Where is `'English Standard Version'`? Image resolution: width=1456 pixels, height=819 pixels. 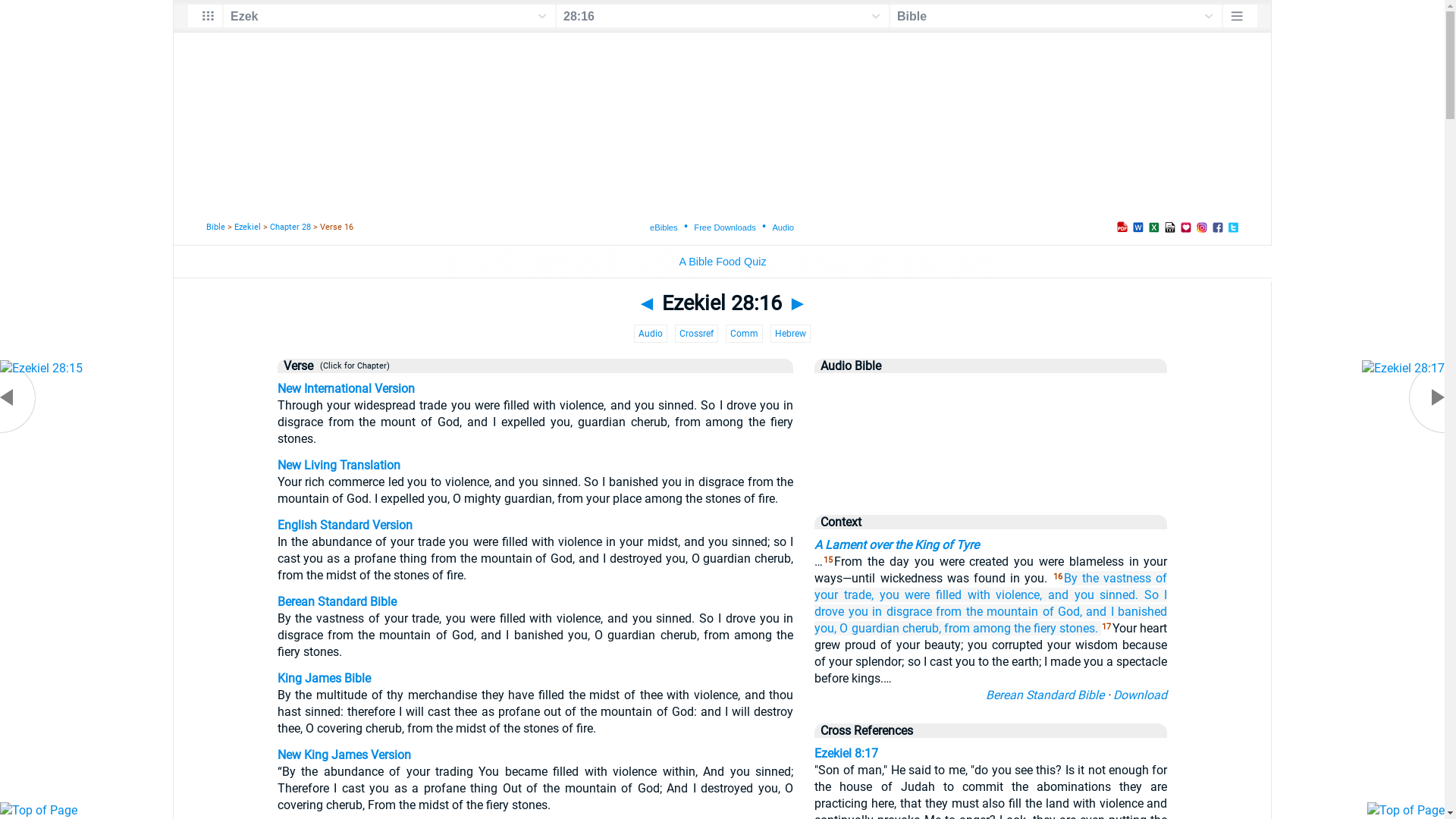
'English Standard Version' is located at coordinates (344, 524).